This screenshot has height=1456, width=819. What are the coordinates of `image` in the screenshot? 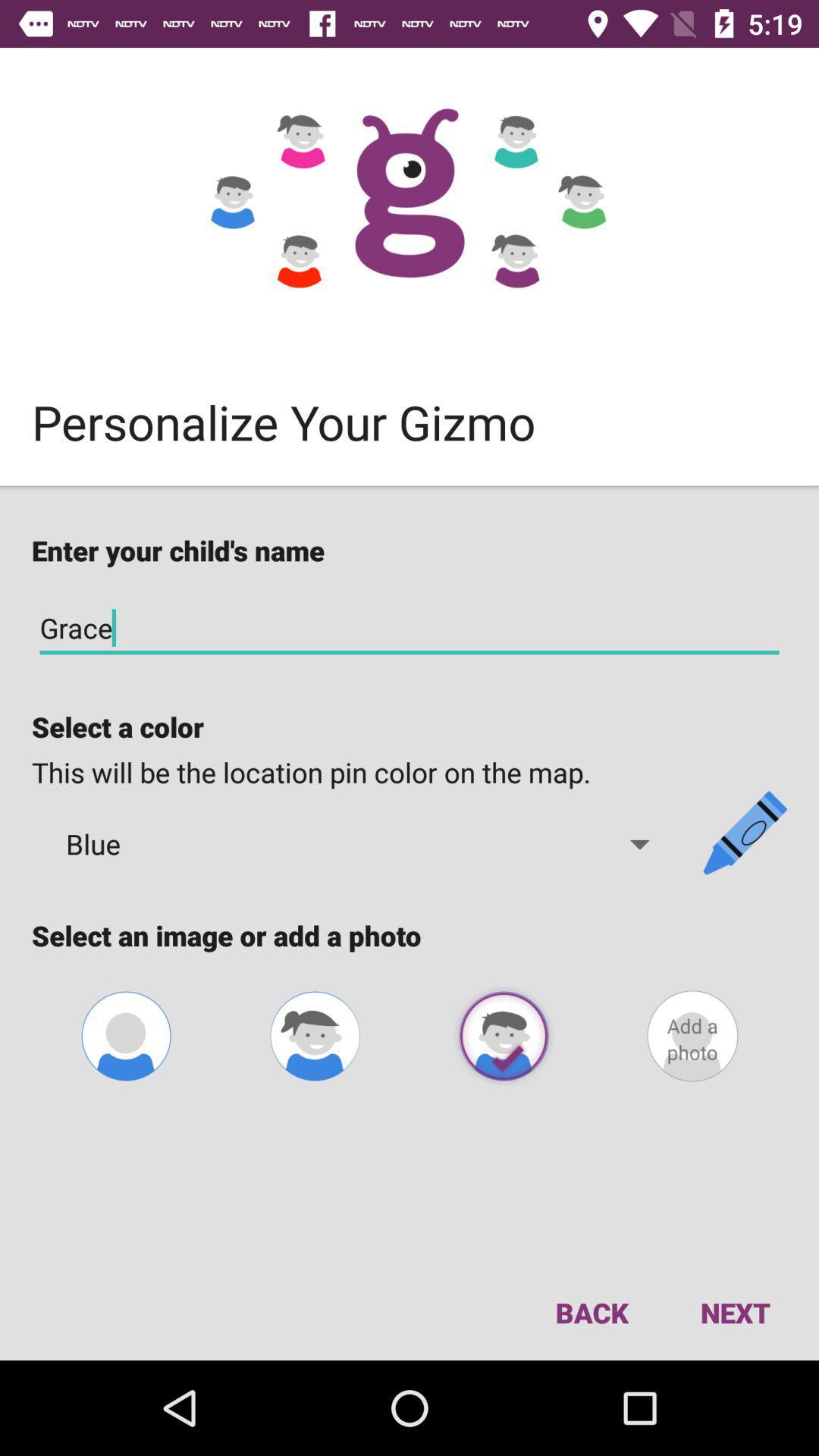 It's located at (504, 1035).